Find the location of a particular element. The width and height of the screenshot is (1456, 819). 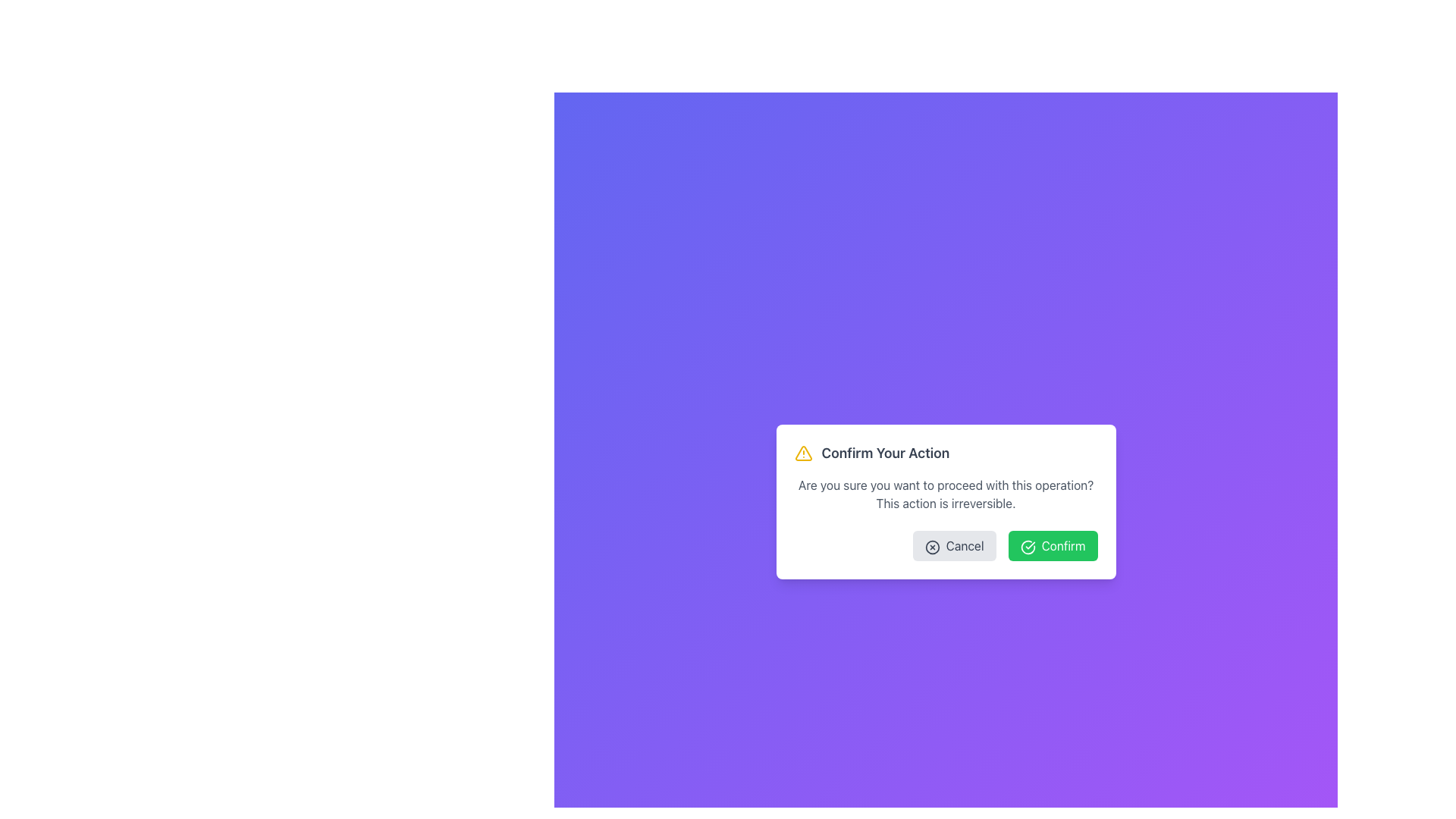

the cancel button located at the bottom-right part of the confirmation dialog box to observe the hover effects is located at coordinates (953, 546).